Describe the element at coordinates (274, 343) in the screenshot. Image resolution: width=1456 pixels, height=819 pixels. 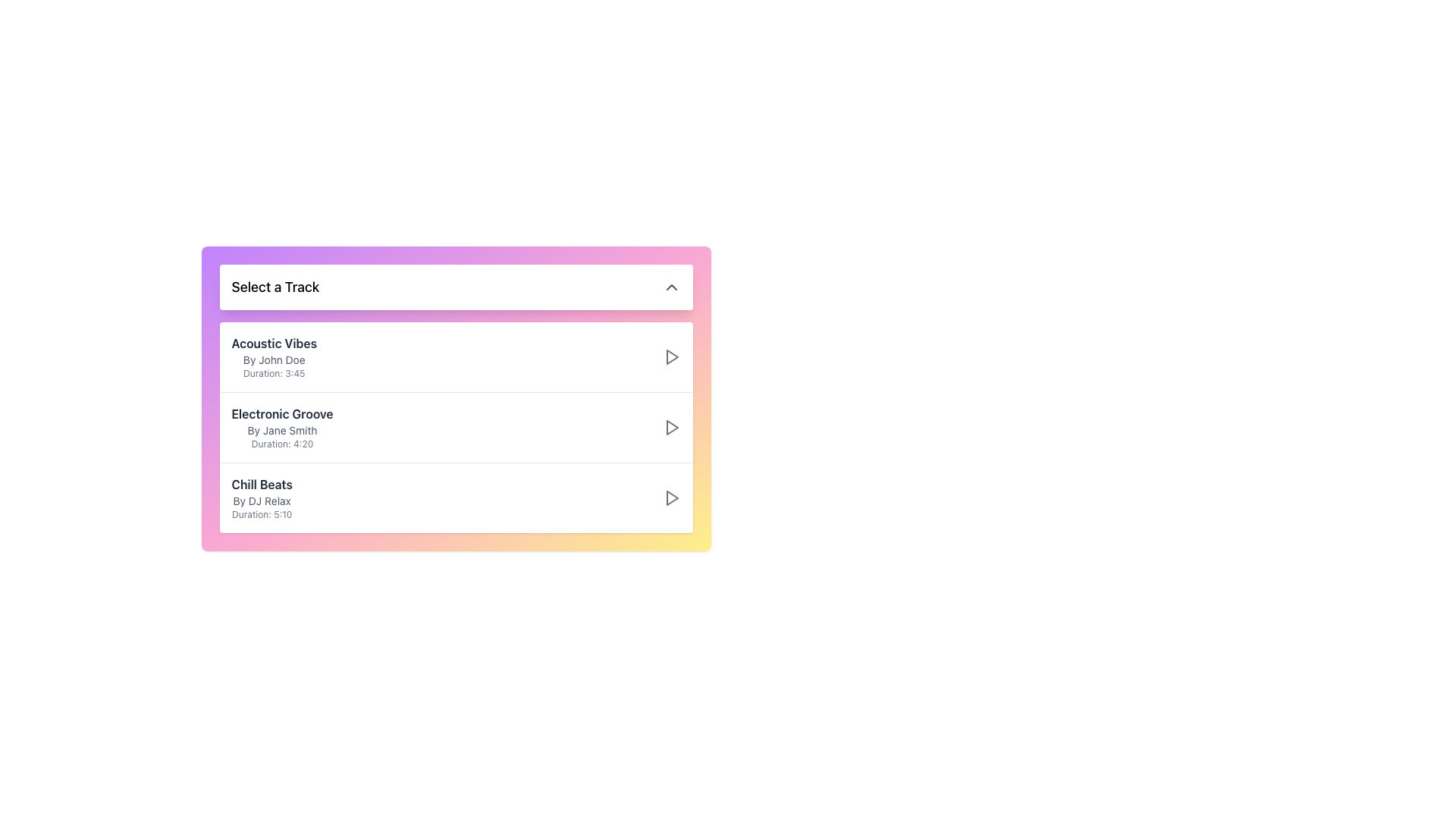
I see `the Text Display element that contains the text 'Acoustic Vibes' in bold and dark gray font, which is the heading of the first track entry in the list` at that location.